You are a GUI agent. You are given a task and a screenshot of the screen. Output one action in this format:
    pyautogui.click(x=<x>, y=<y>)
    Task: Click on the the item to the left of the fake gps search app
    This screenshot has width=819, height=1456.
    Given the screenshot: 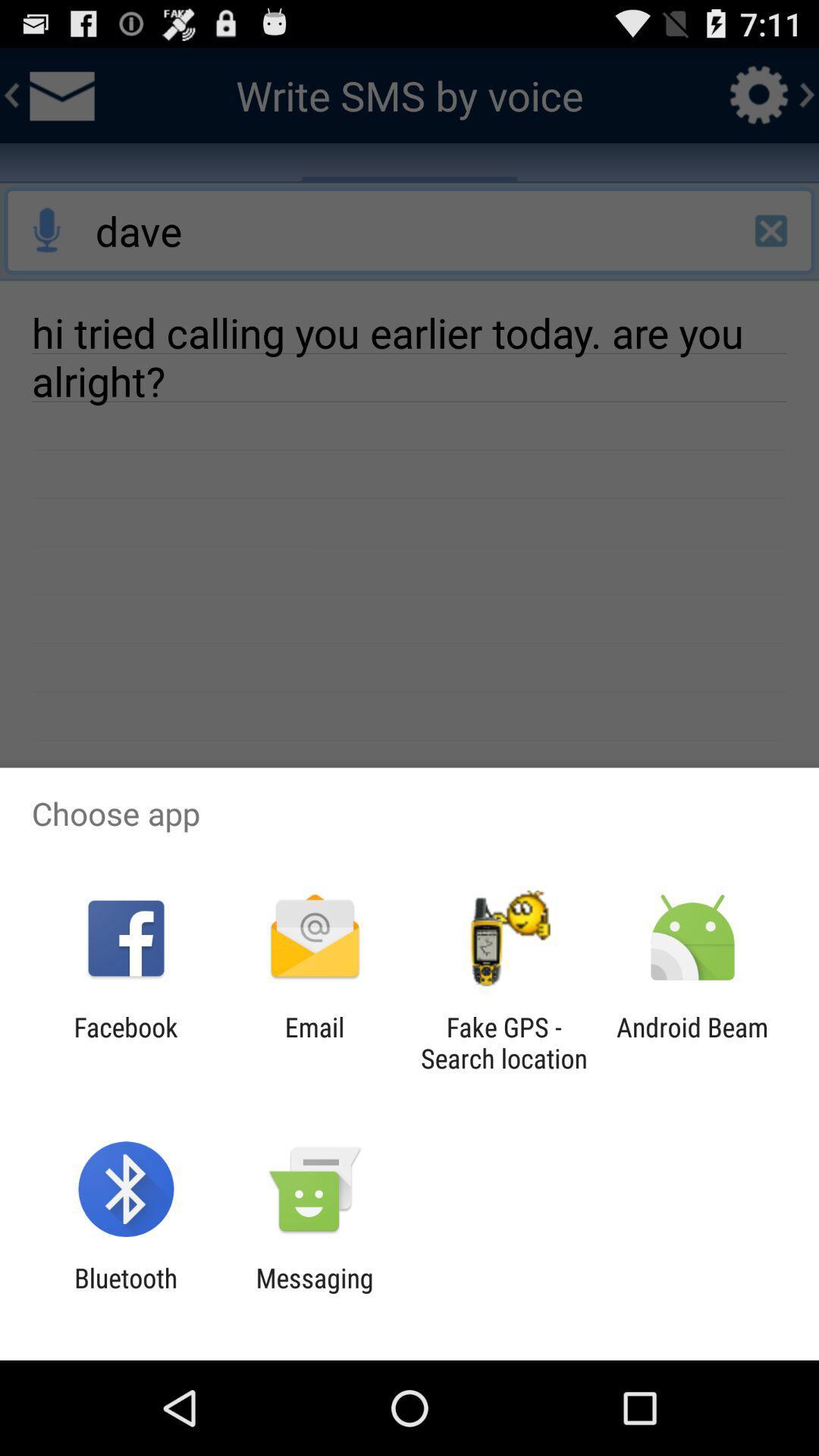 What is the action you would take?
    pyautogui.click(x=314, y=1042)
    